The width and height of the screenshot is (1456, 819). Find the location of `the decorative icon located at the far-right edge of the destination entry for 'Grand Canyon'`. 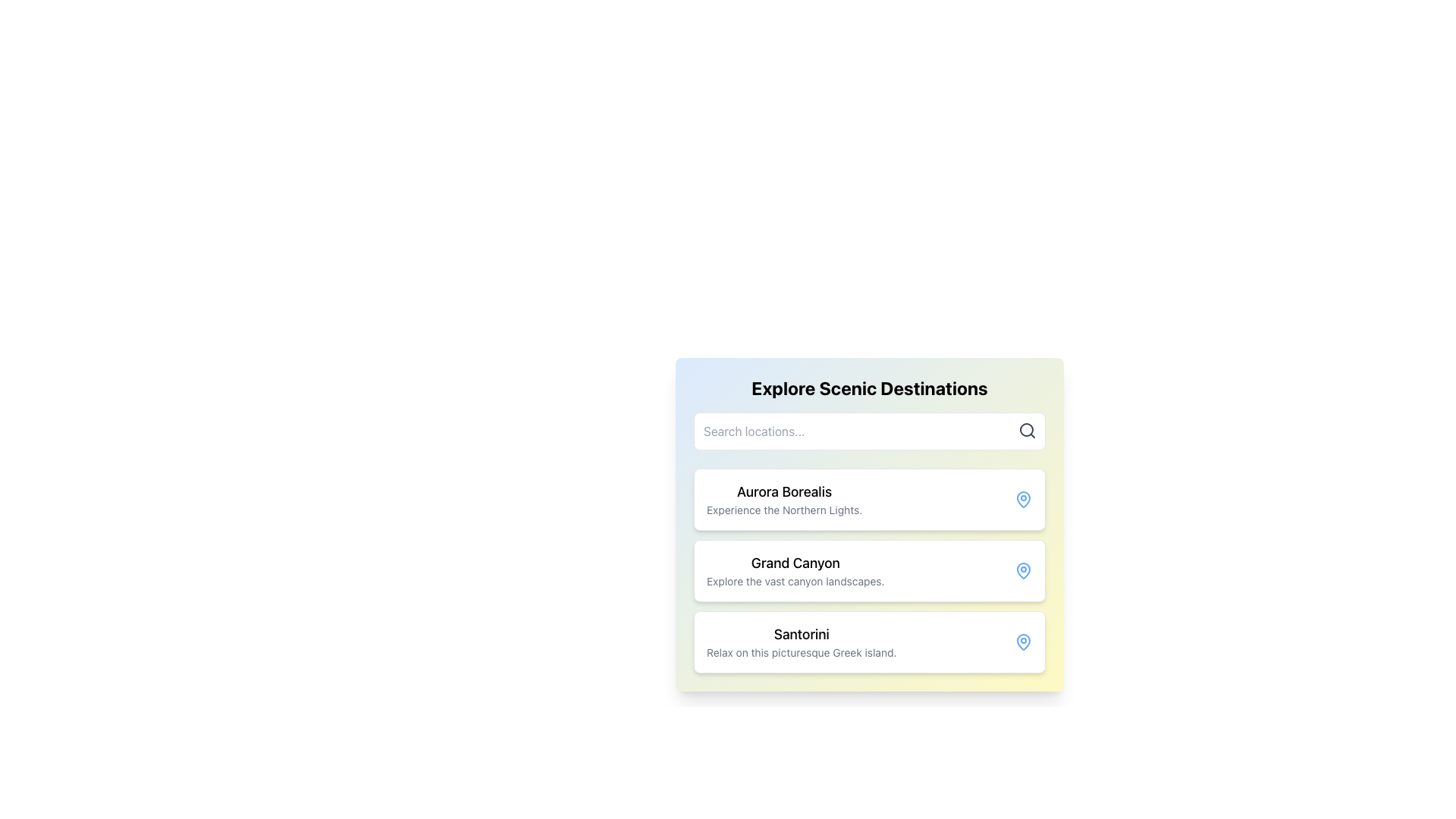

the decorative icon located at the far-right edge of the destination entry for 'Grand Canyon' is located at coordinates (1023, 499).